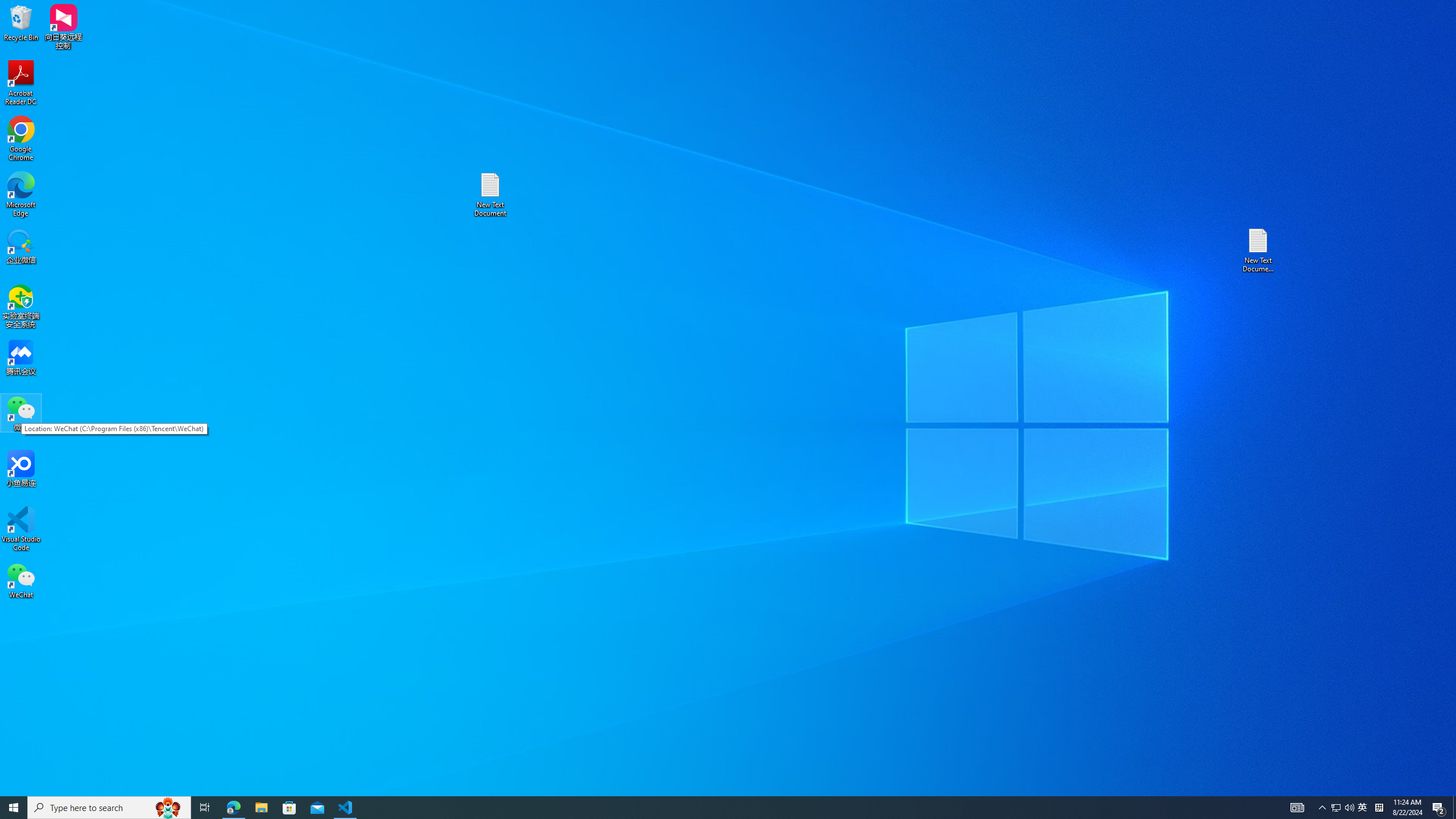 Image resolution: width=1456 pixels, height=819 pixels. I want to click on 'Acrobat Reader DC', so click(20, 82).